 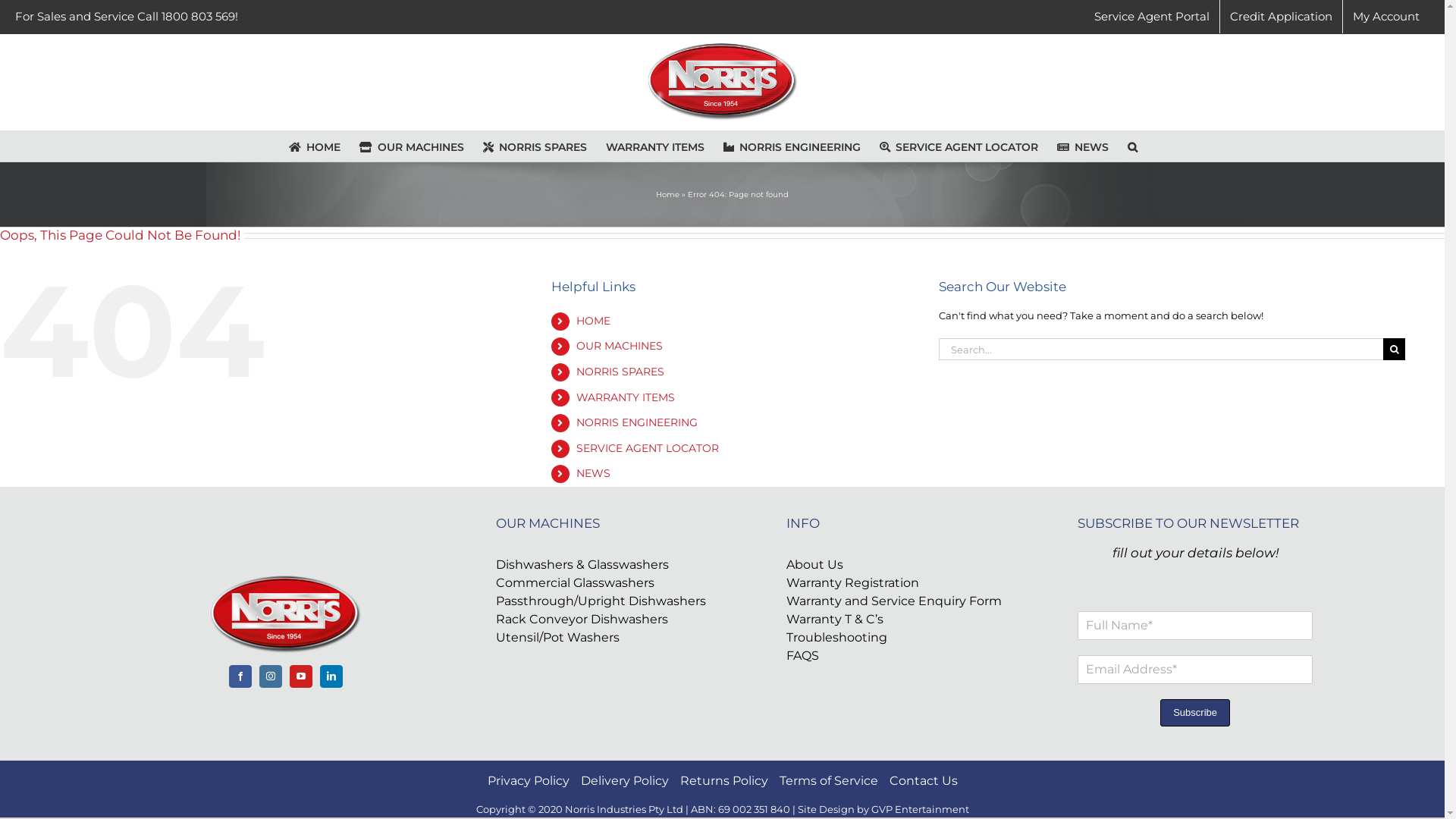 What do you see at coordinates (613, 582) in the screenshot?
I see `'Commercial Glasswashers'` at bounding box center [613, 582].